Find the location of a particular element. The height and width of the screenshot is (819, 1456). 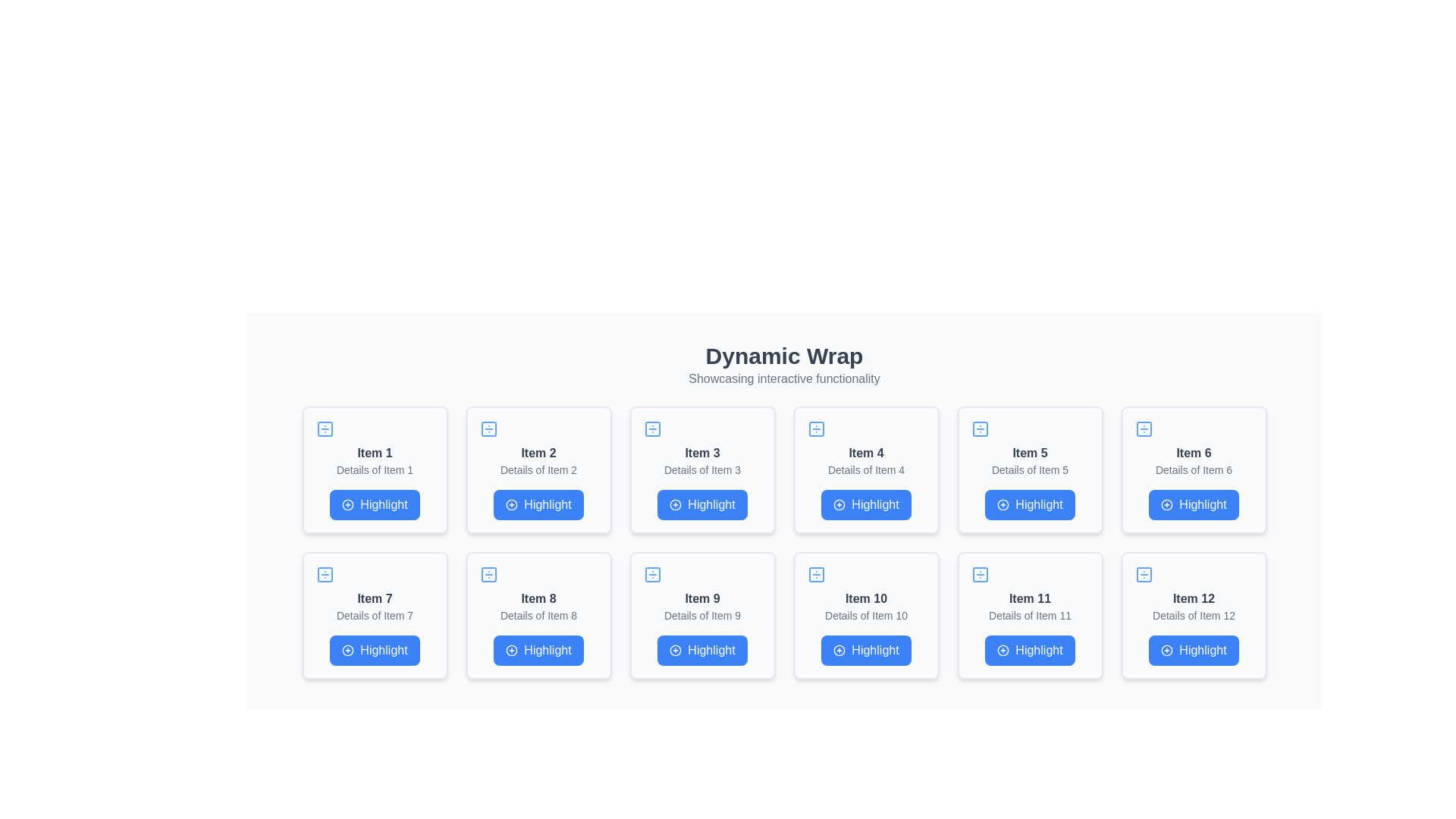

the icon located at the top-left corner of the card titled 'Item 9' is located at coordinates (652, 575).